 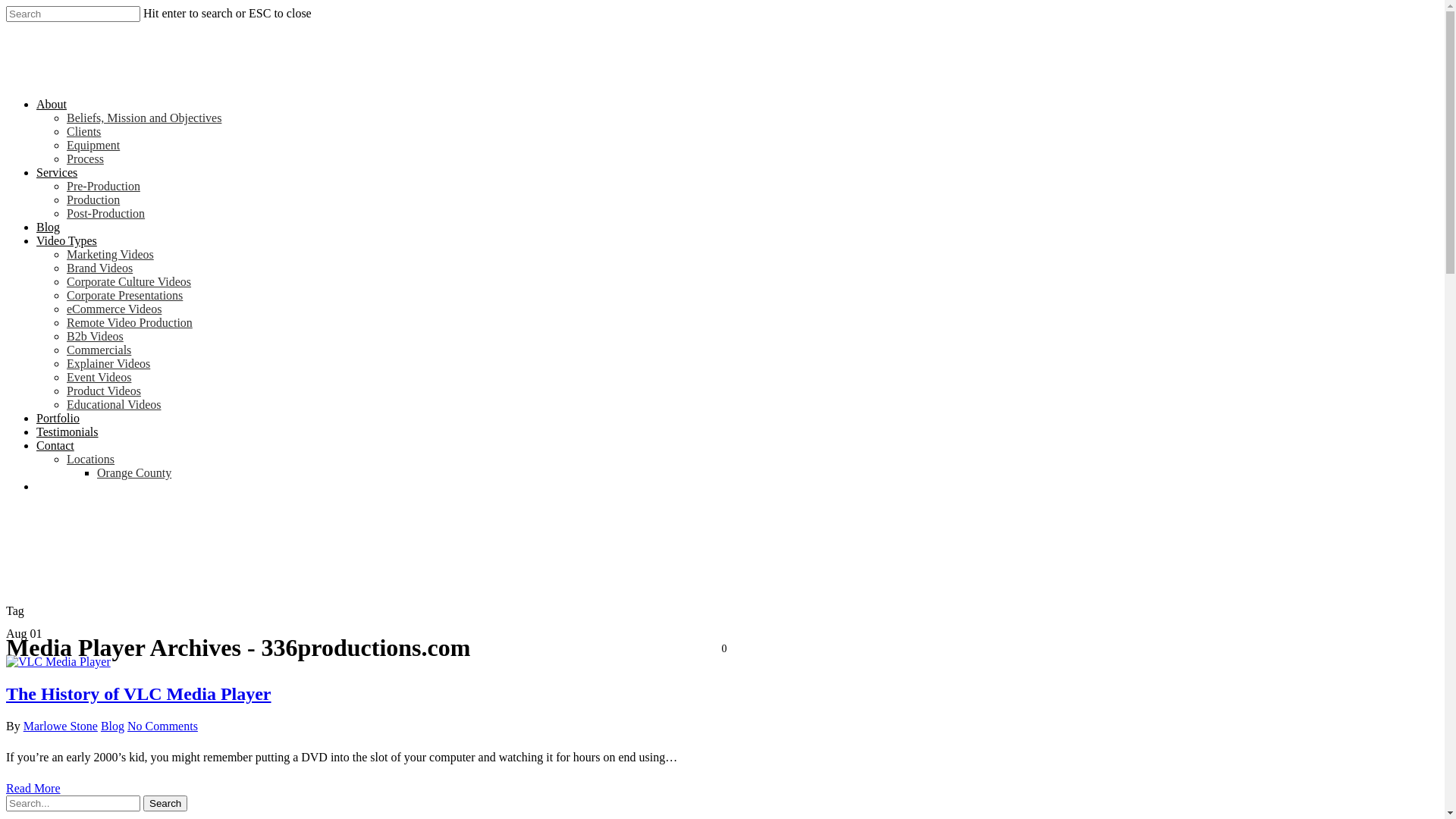 What do you see at coordinates (98, 350) in the screenshot?
I see `'Commercials'` at bounding box center [98, 350].